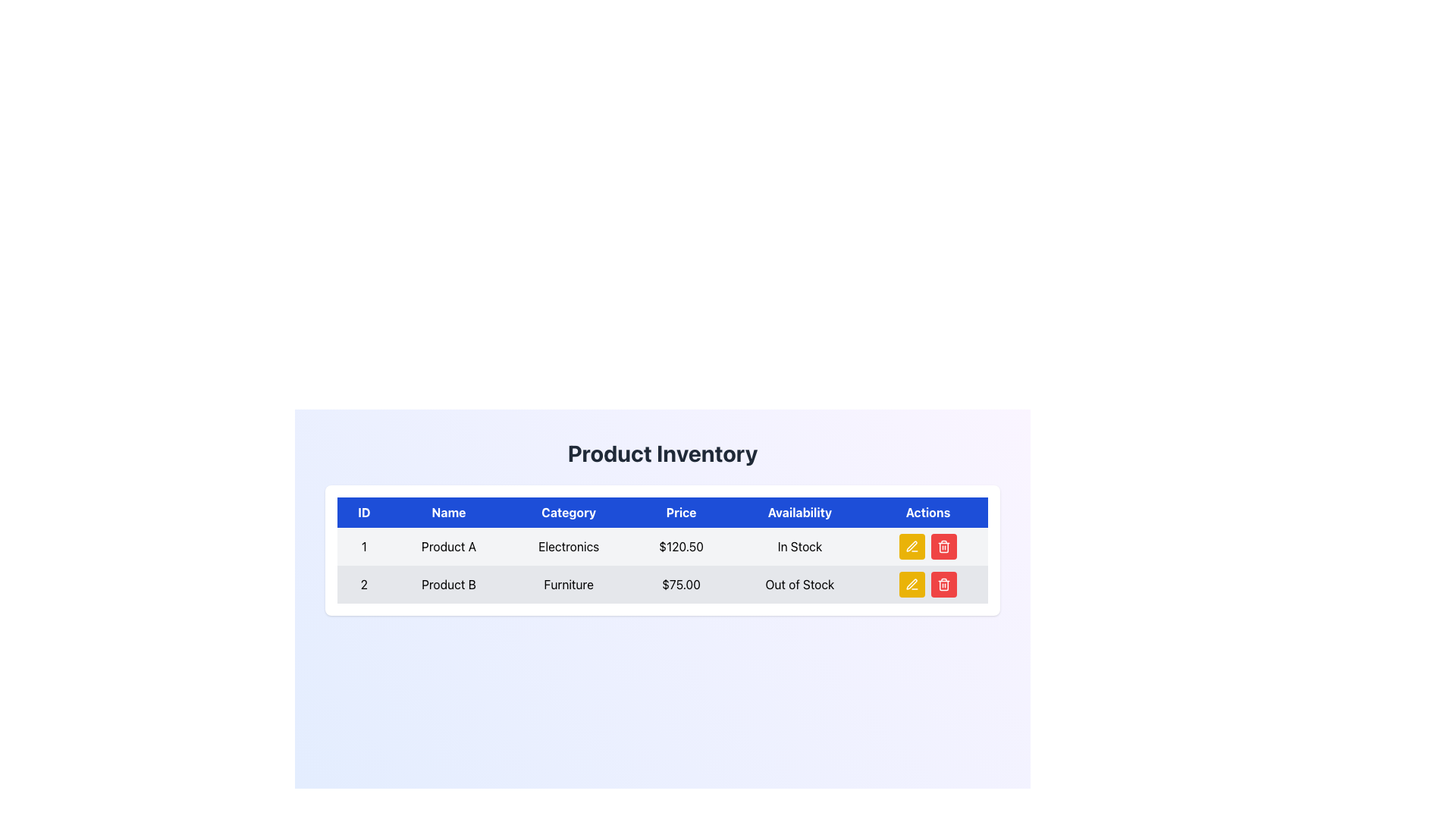 The width and height of the screenshot is (1456, 819). What do you see at coordinates (662, 512) in the screenshot?
I see `the Table Header Cell indicating the 'Price' column in the upper section of the table, which is the fourth column from the left` at bounding box center [662, 512].